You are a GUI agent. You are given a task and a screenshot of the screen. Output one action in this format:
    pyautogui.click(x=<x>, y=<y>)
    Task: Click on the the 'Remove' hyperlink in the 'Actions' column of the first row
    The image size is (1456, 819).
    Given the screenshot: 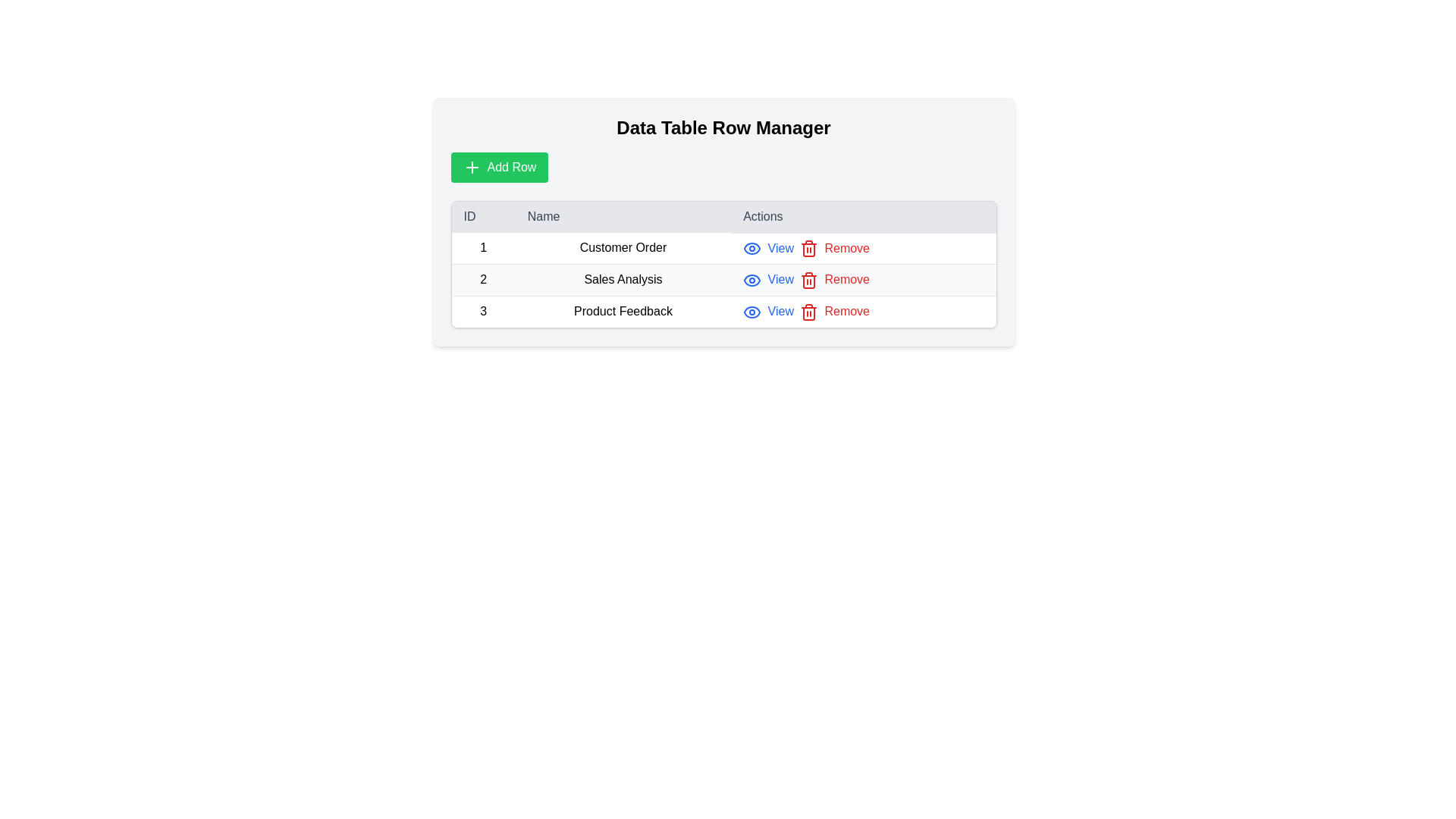 What is the action you would take?
    pyautogui.click(x=833, y=247)
    